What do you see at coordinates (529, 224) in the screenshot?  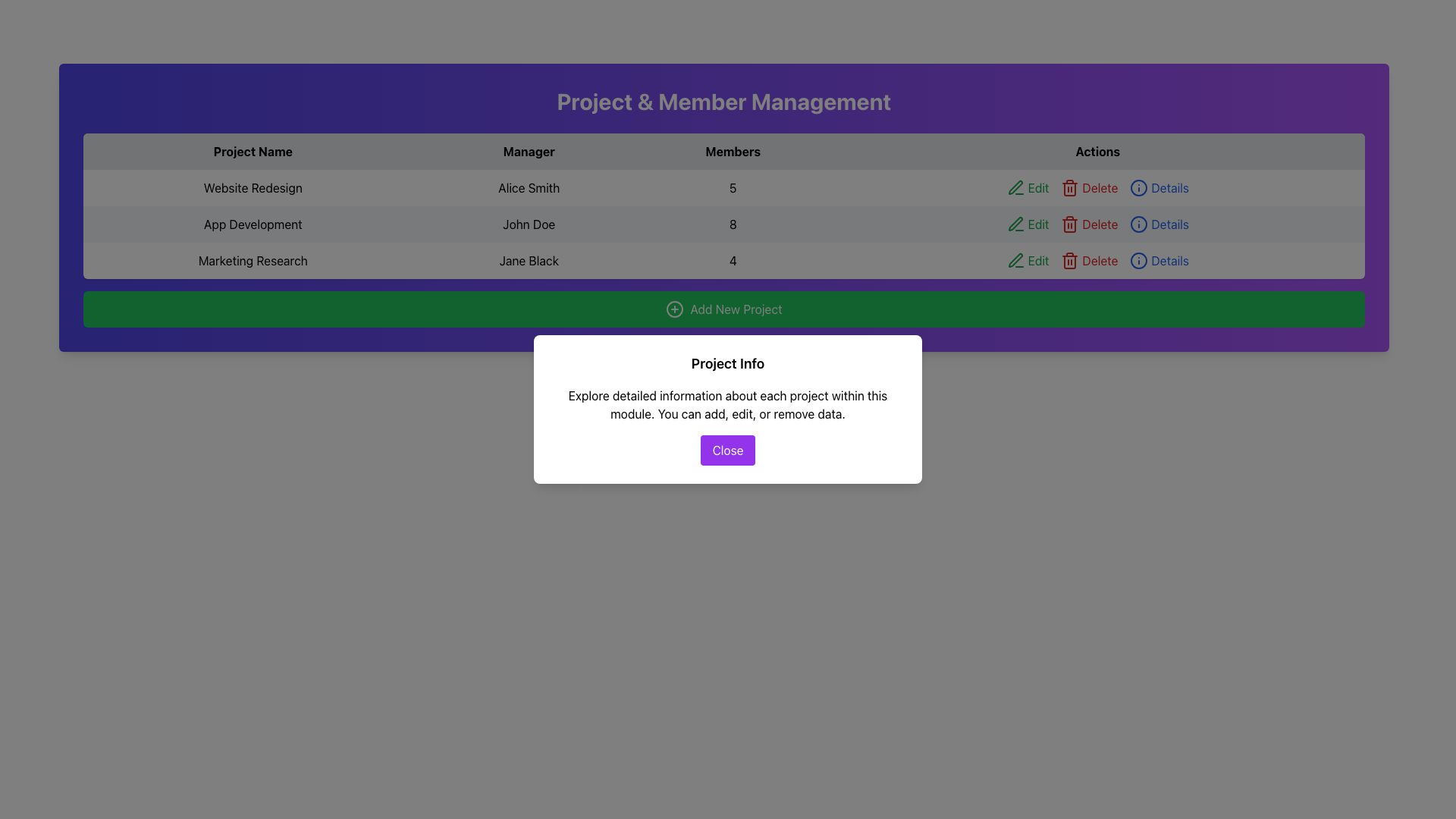 I see `the text label representing the manager's name in the second row of the table under the 'Manager' column, which is adjacent to 'App Development' on the left and '8' on the right` at bounding box center [529, 224].